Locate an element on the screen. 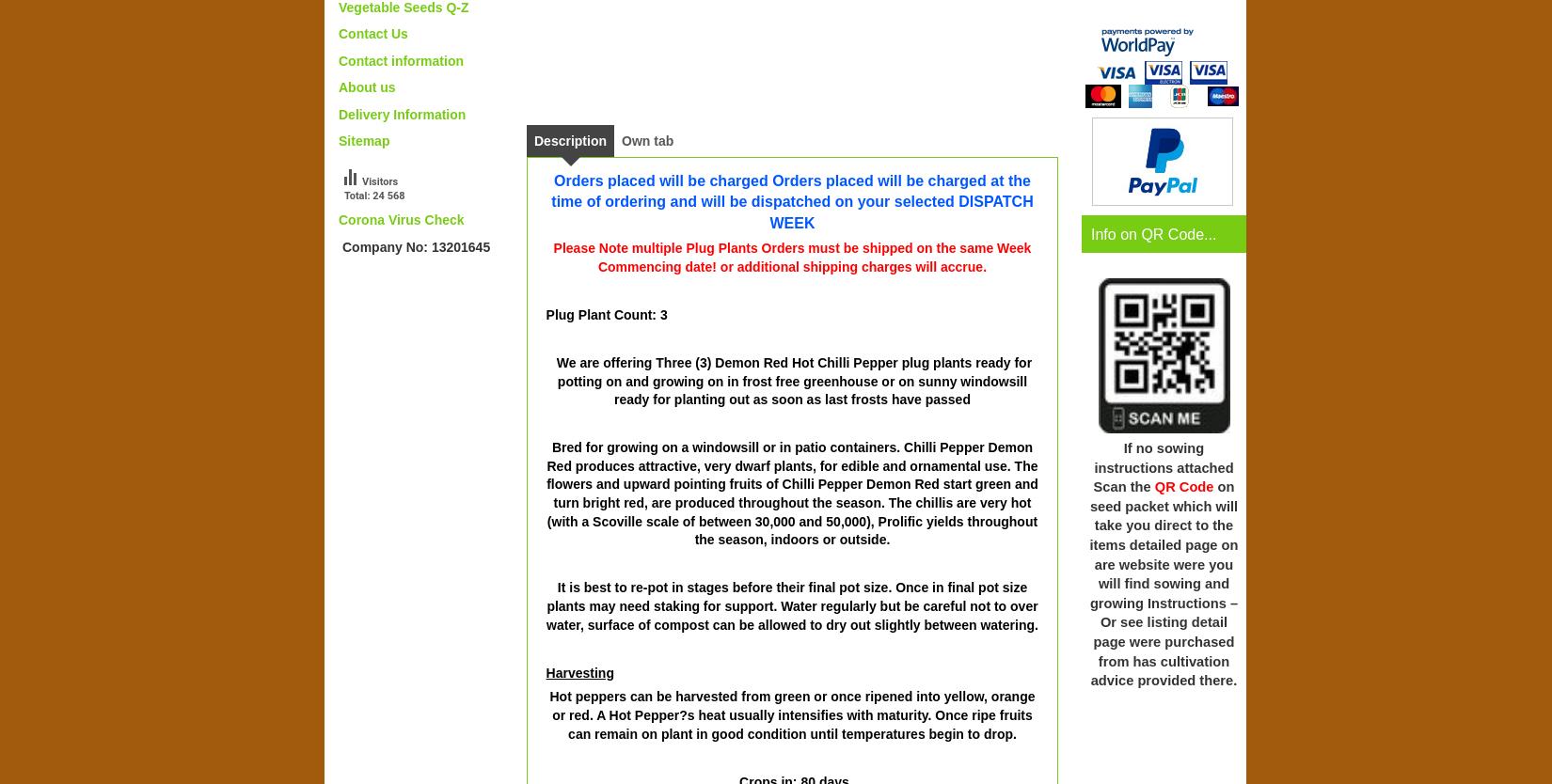 This screenshot has width=1552, height=784. 'Please Note multiple Plug Plants Orders must be shipped on the same Week Commencing date! or additional shipping charges will accrue.' is located at coordinates (791, 255).